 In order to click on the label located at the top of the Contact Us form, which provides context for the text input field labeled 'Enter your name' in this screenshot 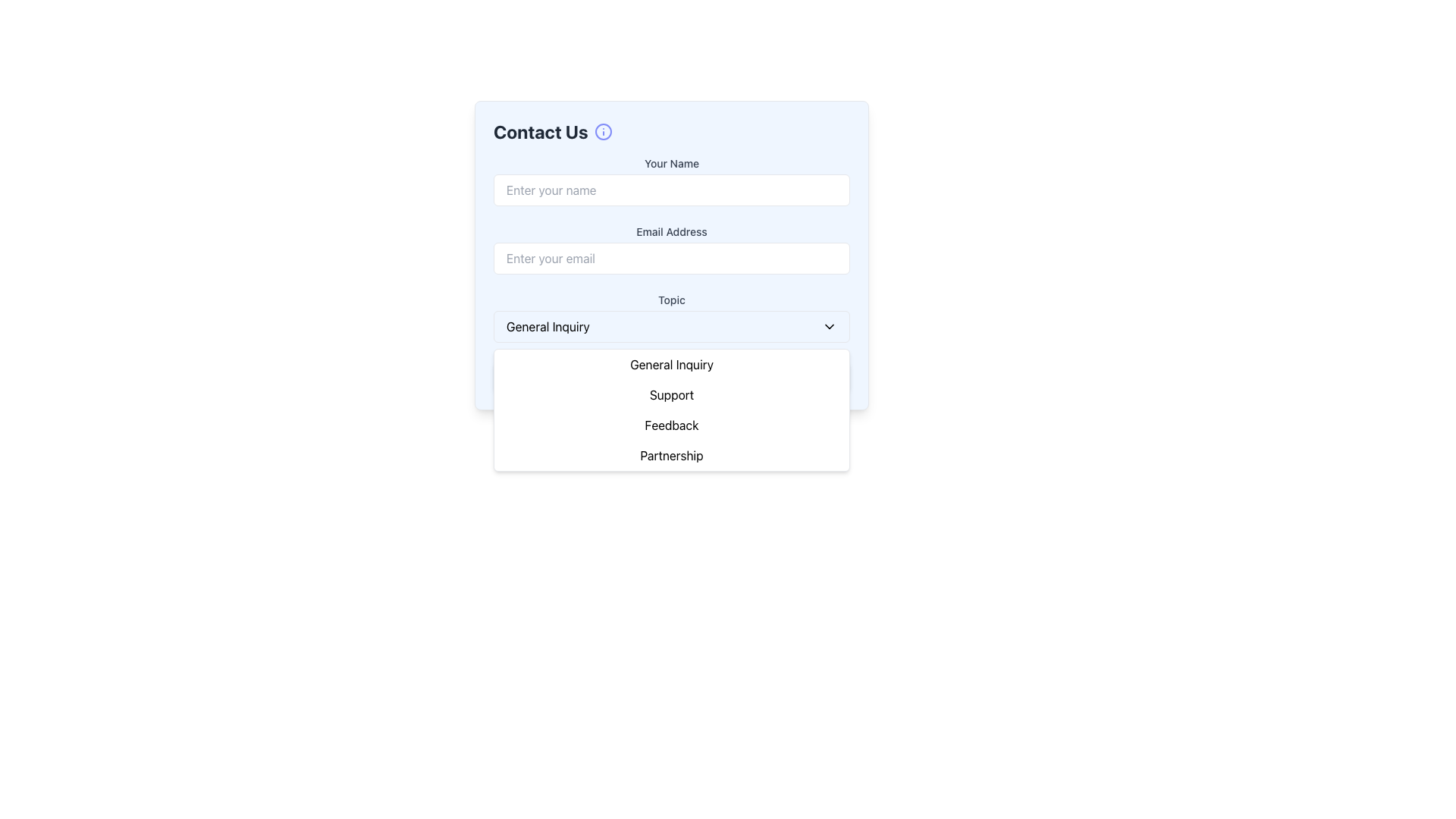, I will do `click(671, 164)`.